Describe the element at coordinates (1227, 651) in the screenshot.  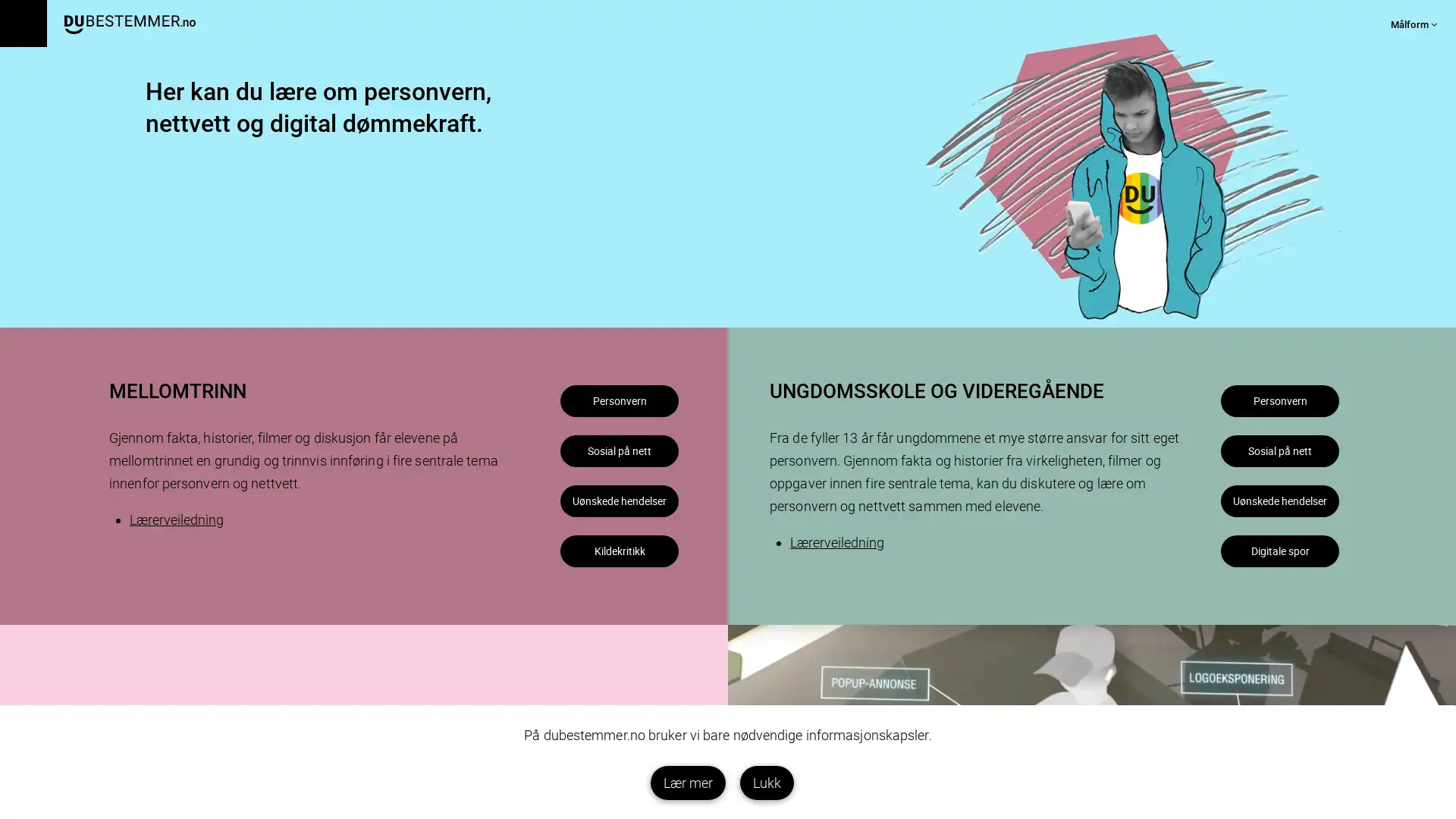
I see `Digitale spor` at that location.